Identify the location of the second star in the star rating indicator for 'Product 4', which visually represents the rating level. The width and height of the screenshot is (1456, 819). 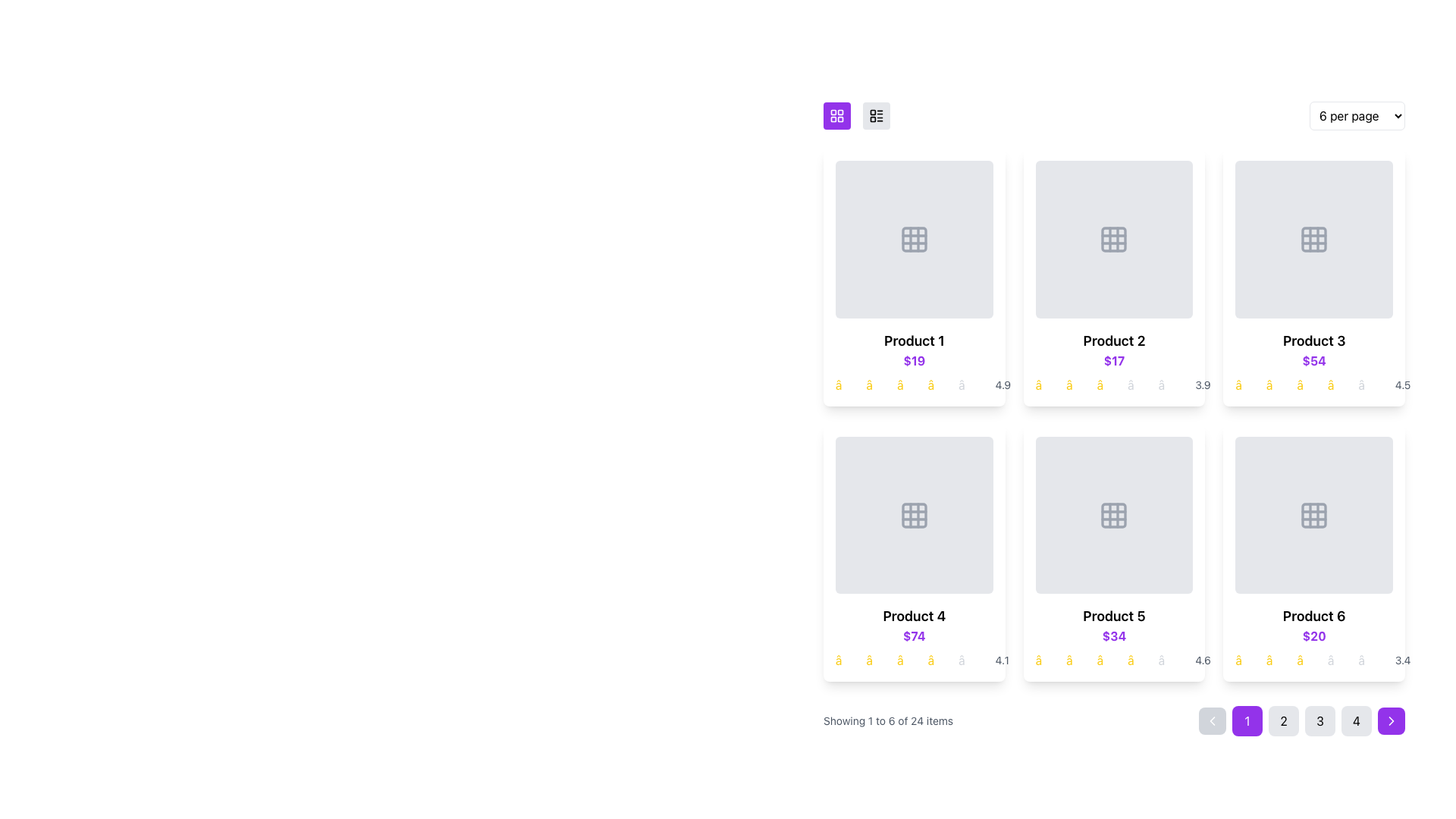
(881, 660).